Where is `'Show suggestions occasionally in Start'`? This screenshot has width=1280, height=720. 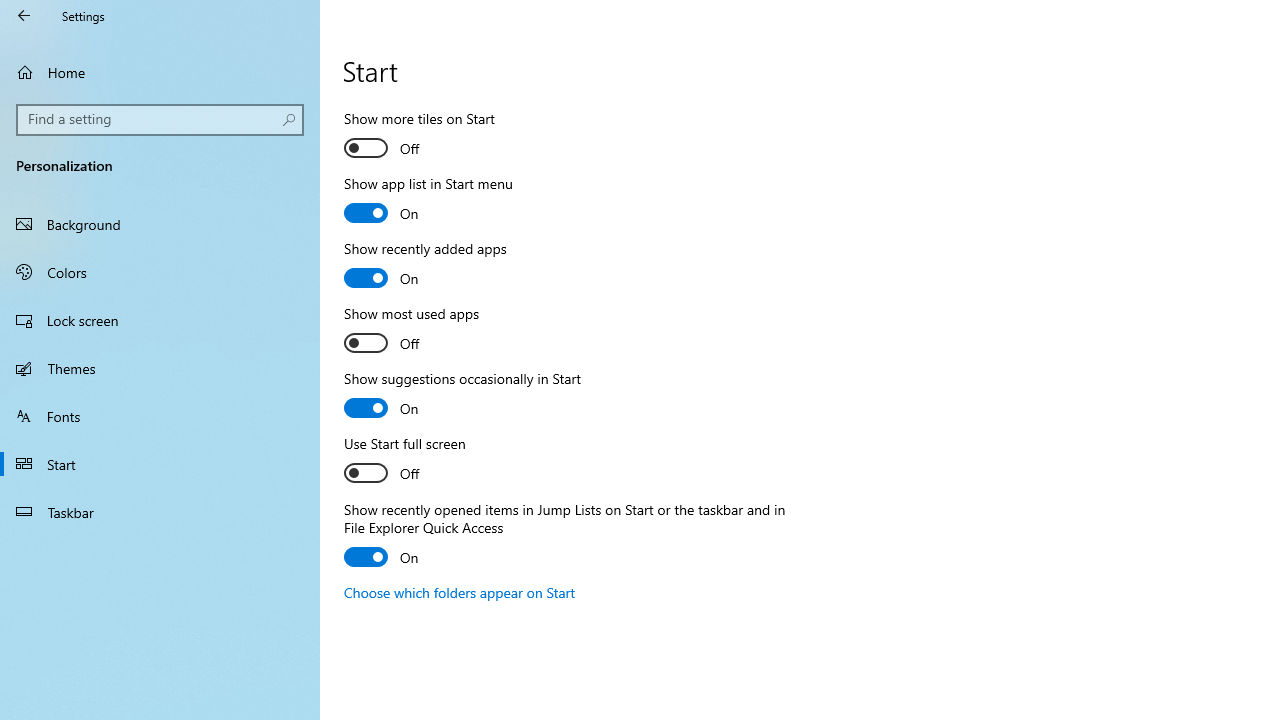 'Show suggestions occasionally in Start' is located at coordinates (462, 396).